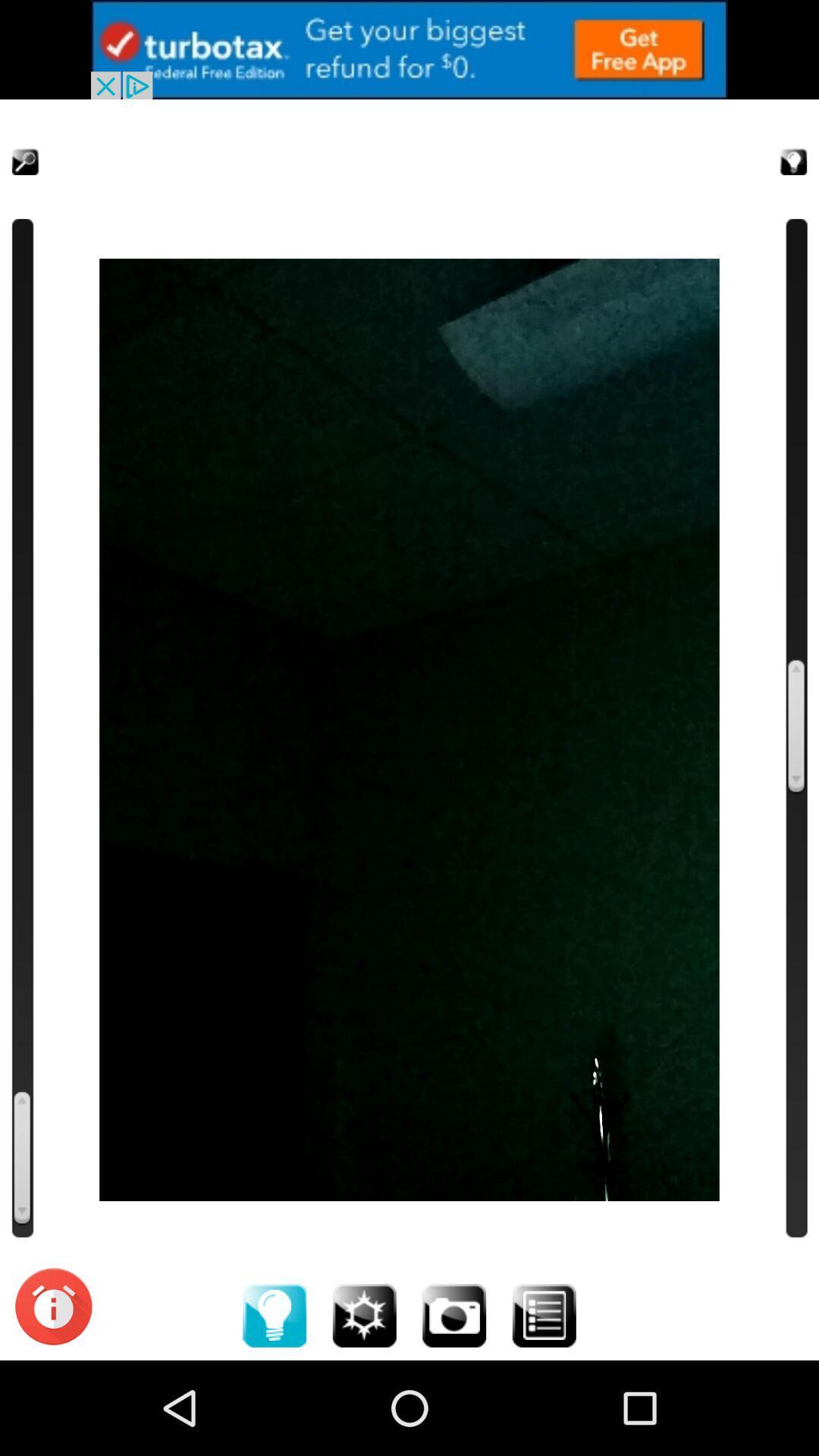 This screenshot has height=1456, width=819. I want to click on increase the light, so click(275, 1314).